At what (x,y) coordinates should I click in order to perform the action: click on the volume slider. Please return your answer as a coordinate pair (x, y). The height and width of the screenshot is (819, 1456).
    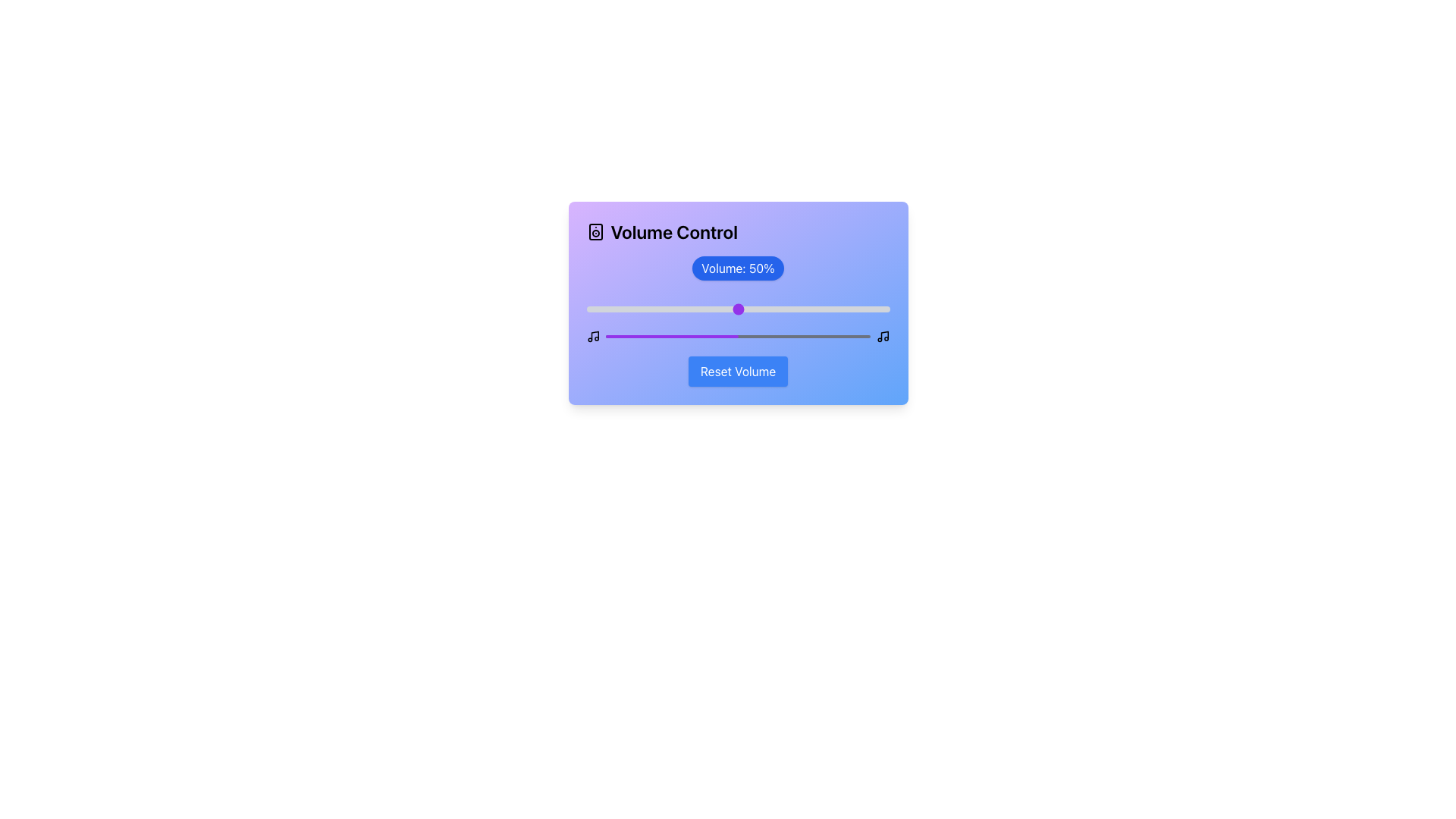
    Looking at the image, I should click on (704, 309).